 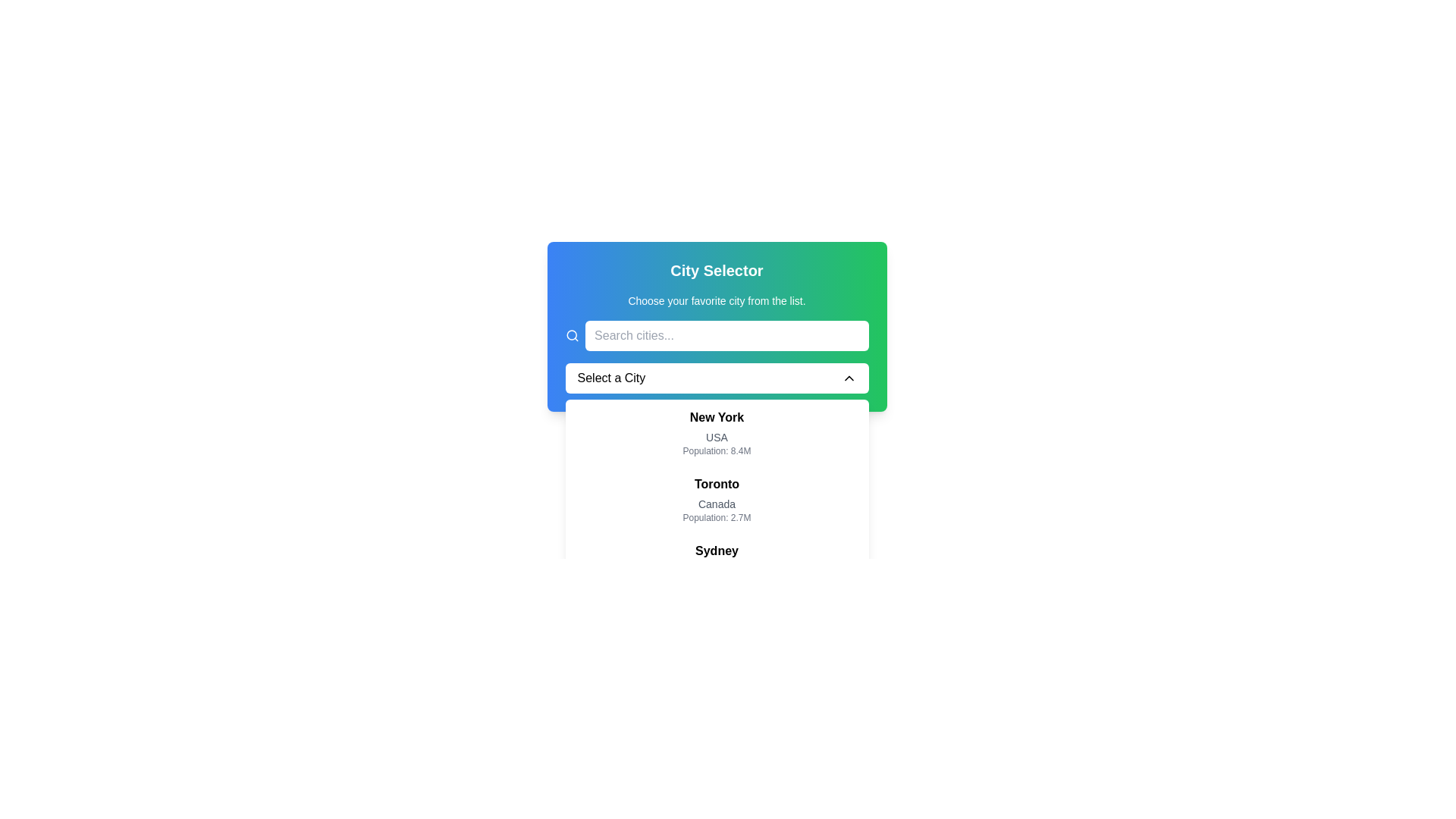 I want to click on text label displaying the city's name 'Sydney', which is the top-most title in the 'City Selector' dropdown section, so click(x=716, y=551).